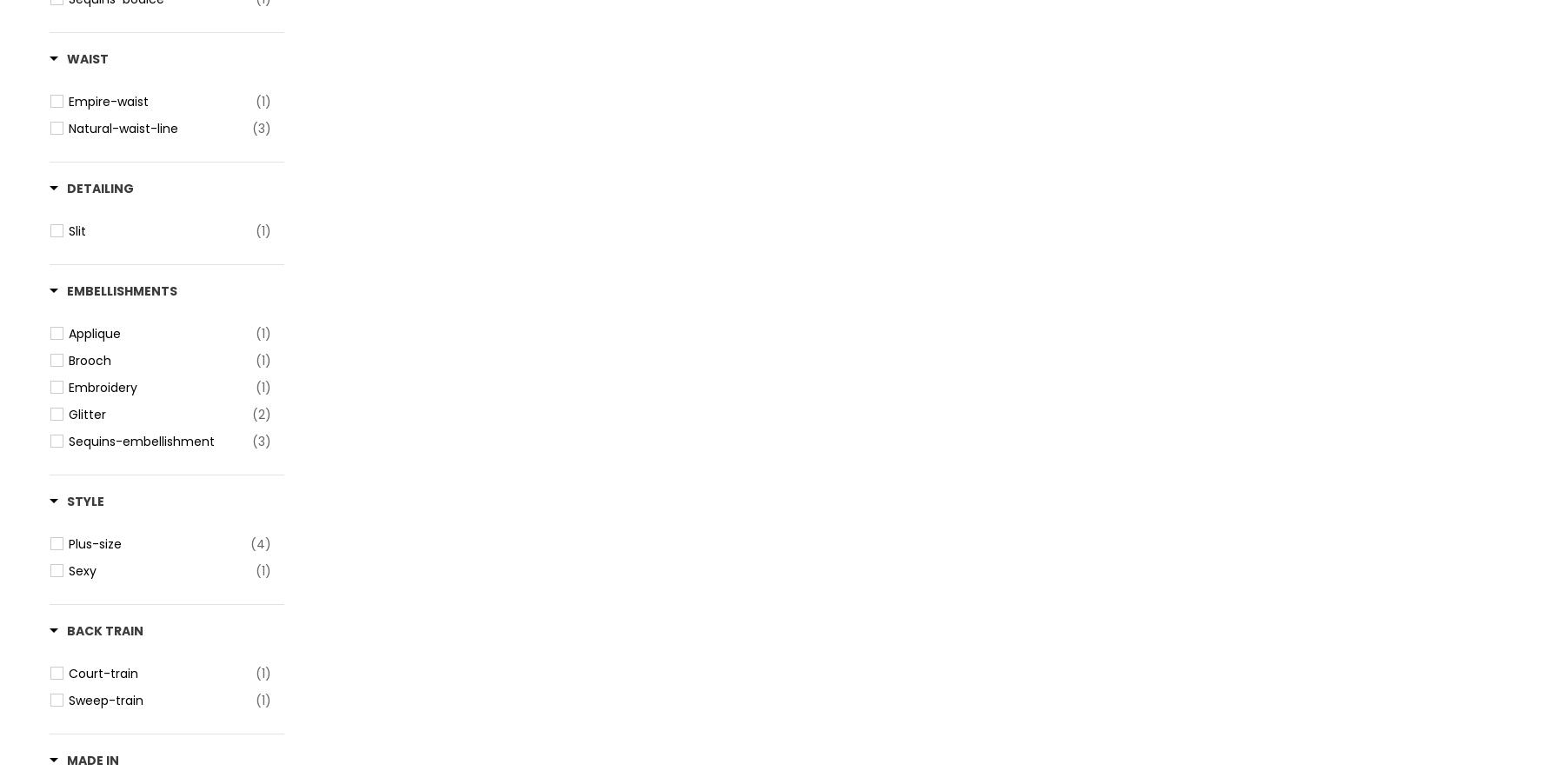 The height and width of the screenshot is (784, 1565). What do you see at coordinates (106, 700) in the screenshot?
I see `'Sweep-train'` at bounding box center [106, 700].